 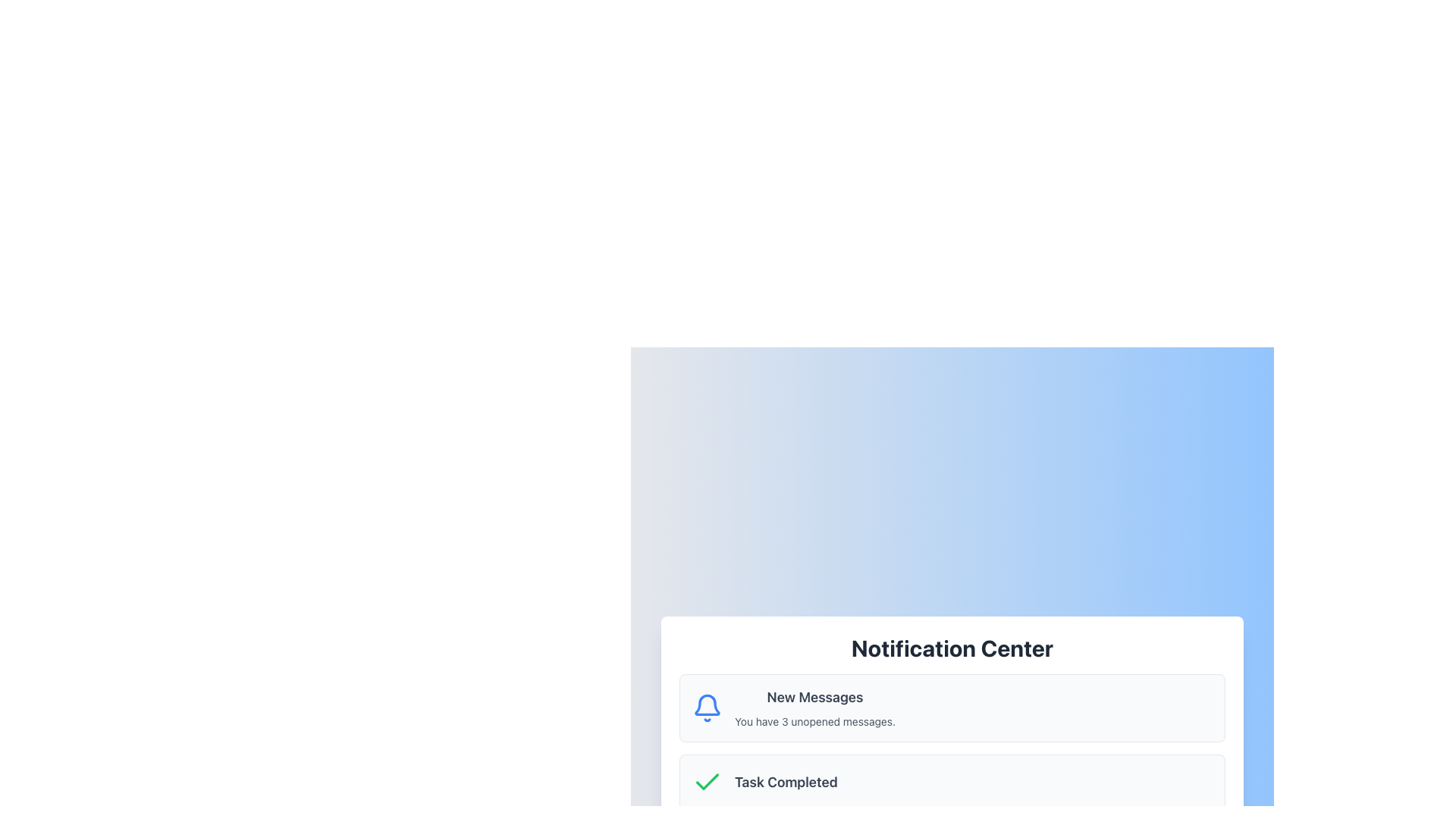 What do you see at coordinates (952, 708) in the screenshot?
I see `the first notification card in the Notification Center to interact with unread messages` at bounding box center [952, 708].